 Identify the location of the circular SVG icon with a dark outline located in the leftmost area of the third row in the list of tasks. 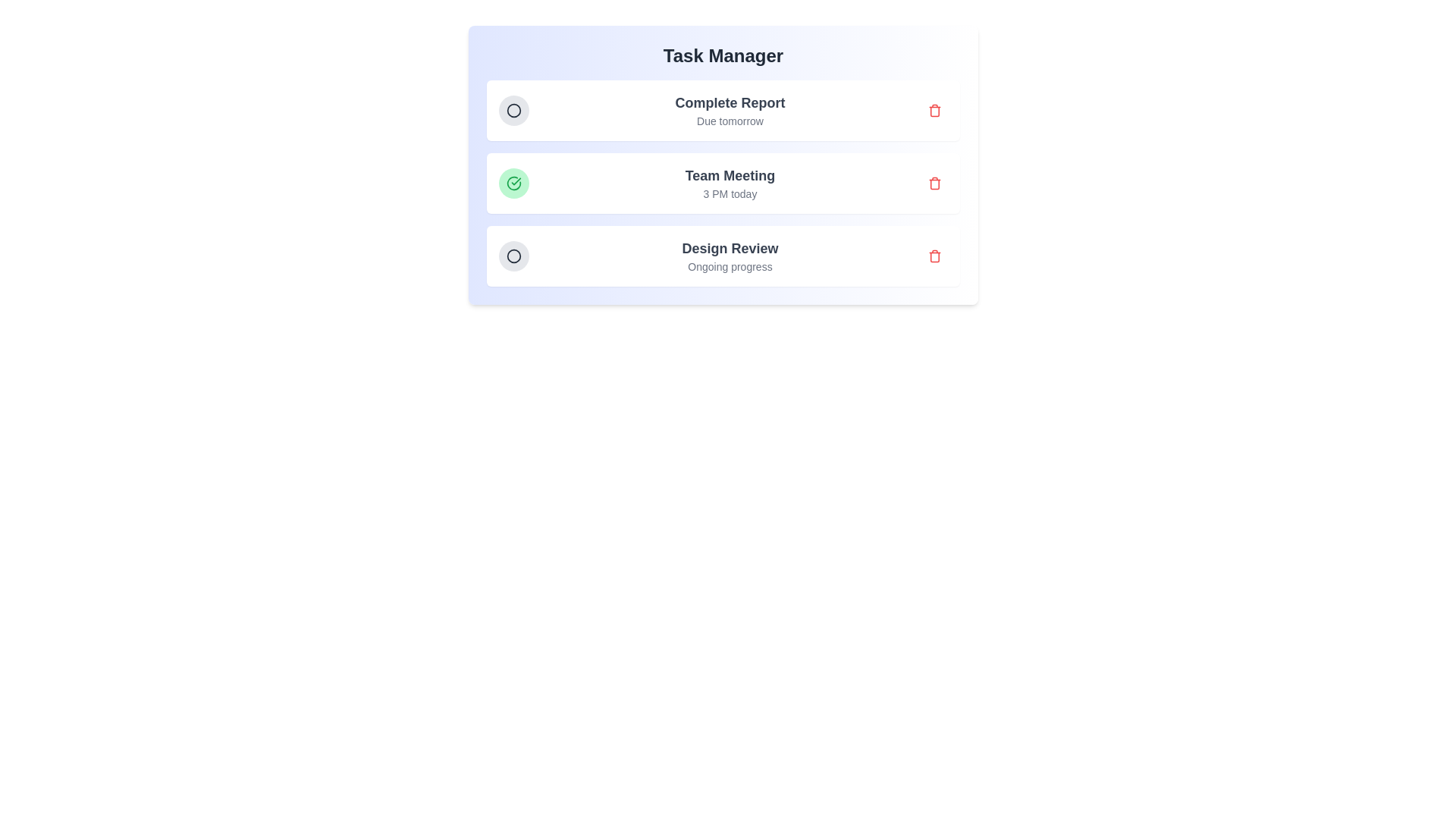
(513, 256).